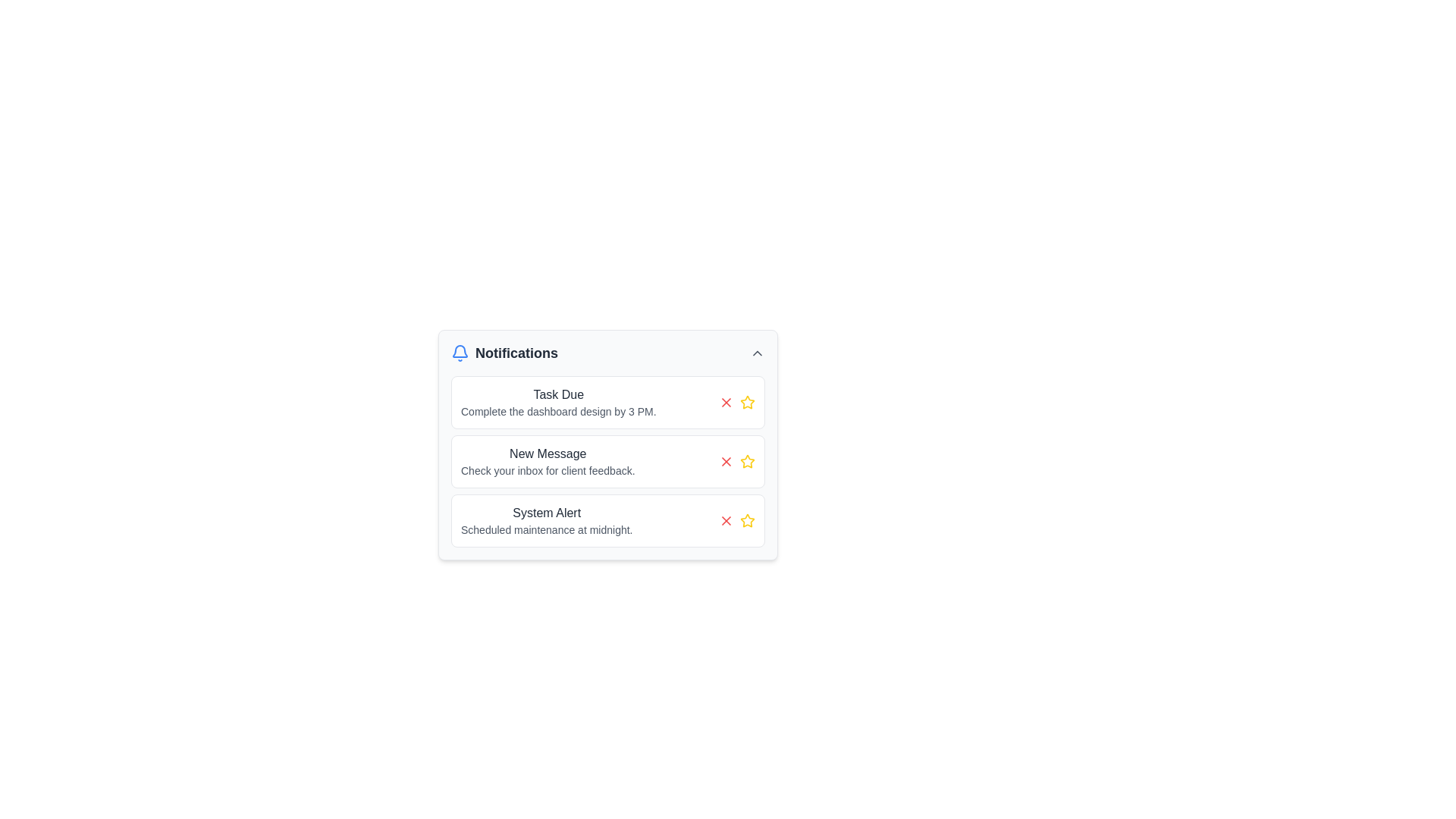 The width and height of the screenshot is (1456, 819). What do you see at coordinates (757, 353) in the screenshot?
I see `the chevron-shaped button resembling an upward-pointing arrow, styled in gray, located at the far-right side of the 'Notifications' section` at bounding box center [757, 353].